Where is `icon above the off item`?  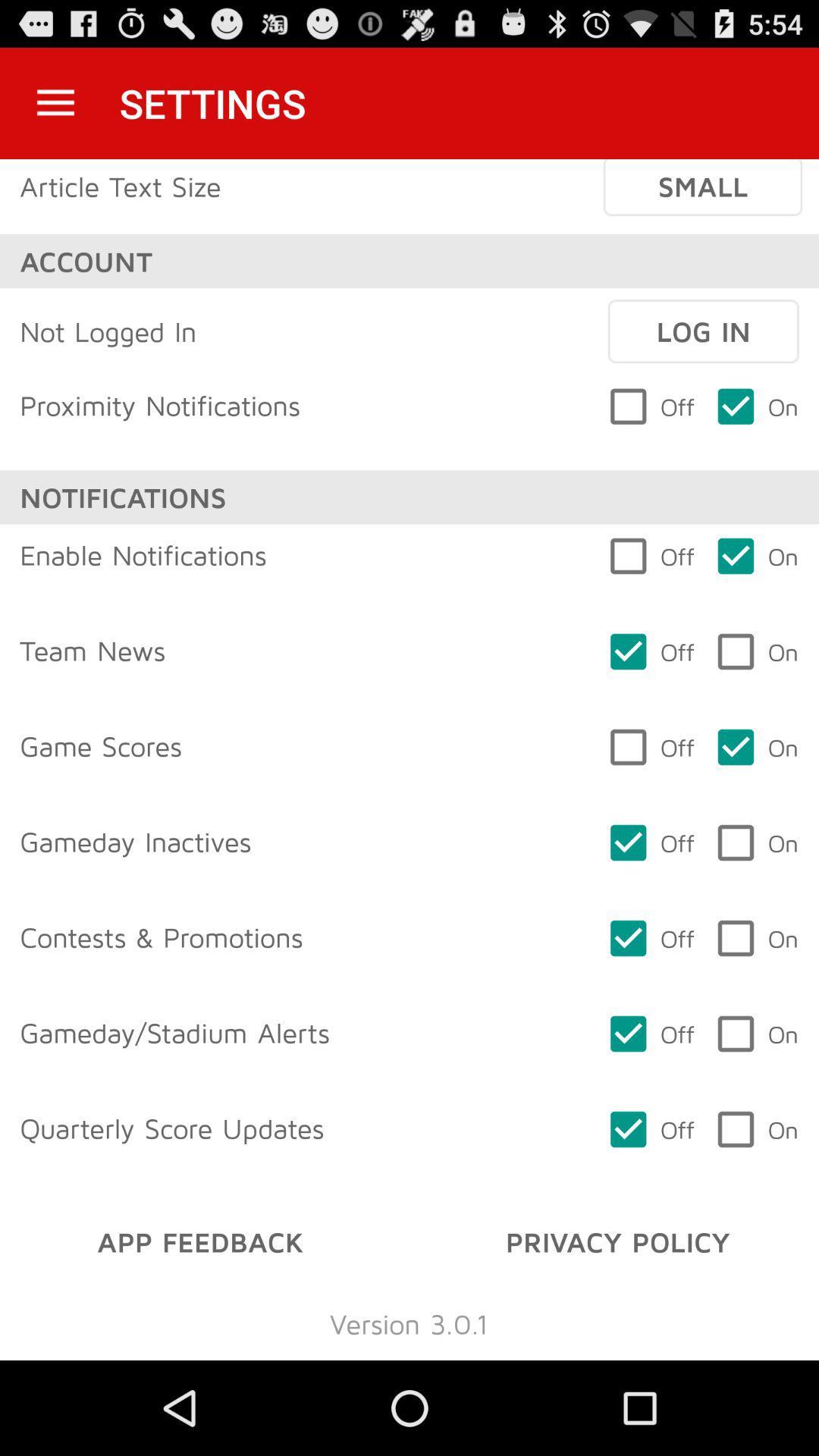
icon above the off item is located at coordinates (703, 331).